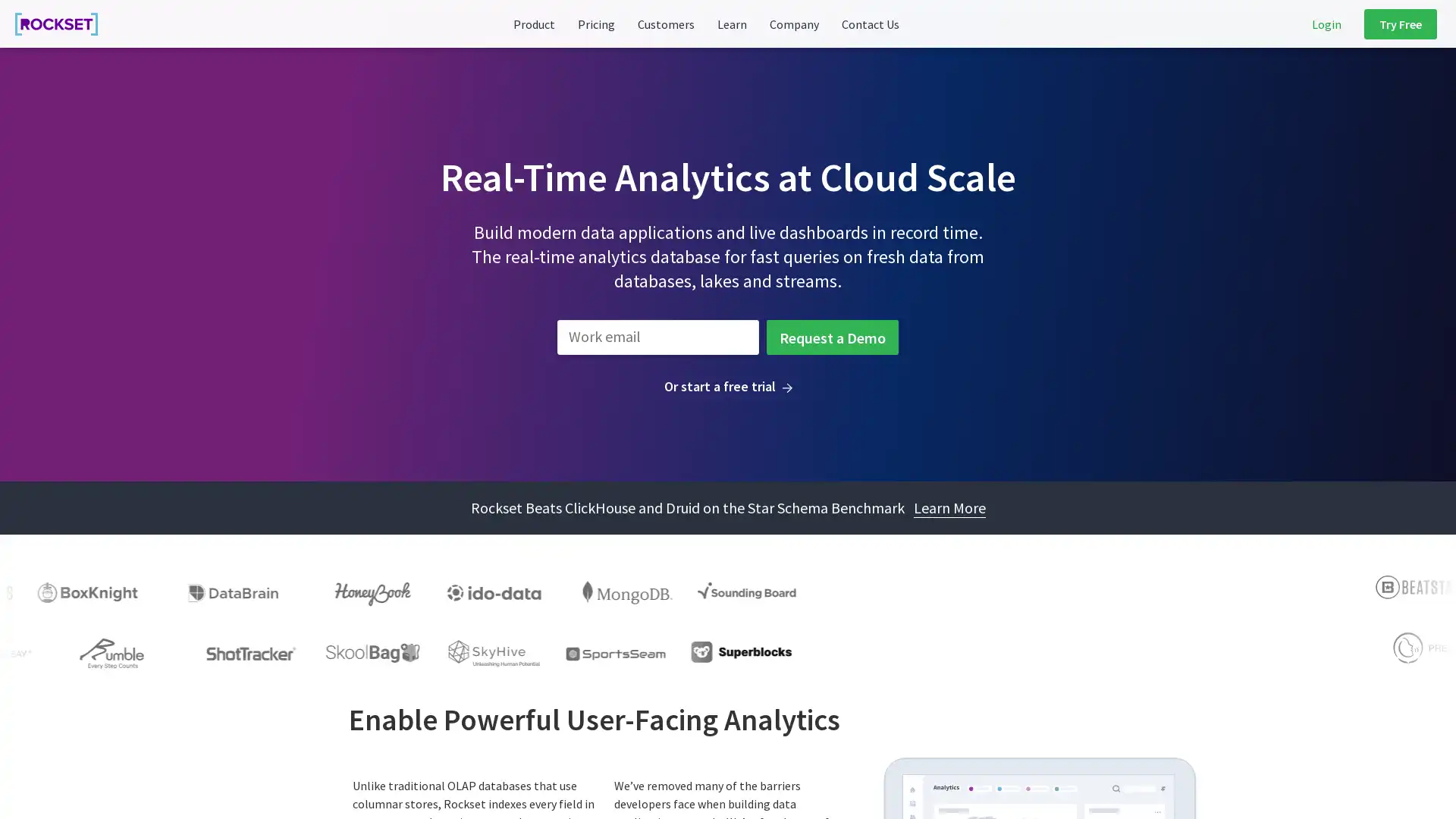 The height and width of the screenshot is (819, 1456). Describe the element at coordinates (832, 336) in the screenshot. I see `Request a Demo` at that location.